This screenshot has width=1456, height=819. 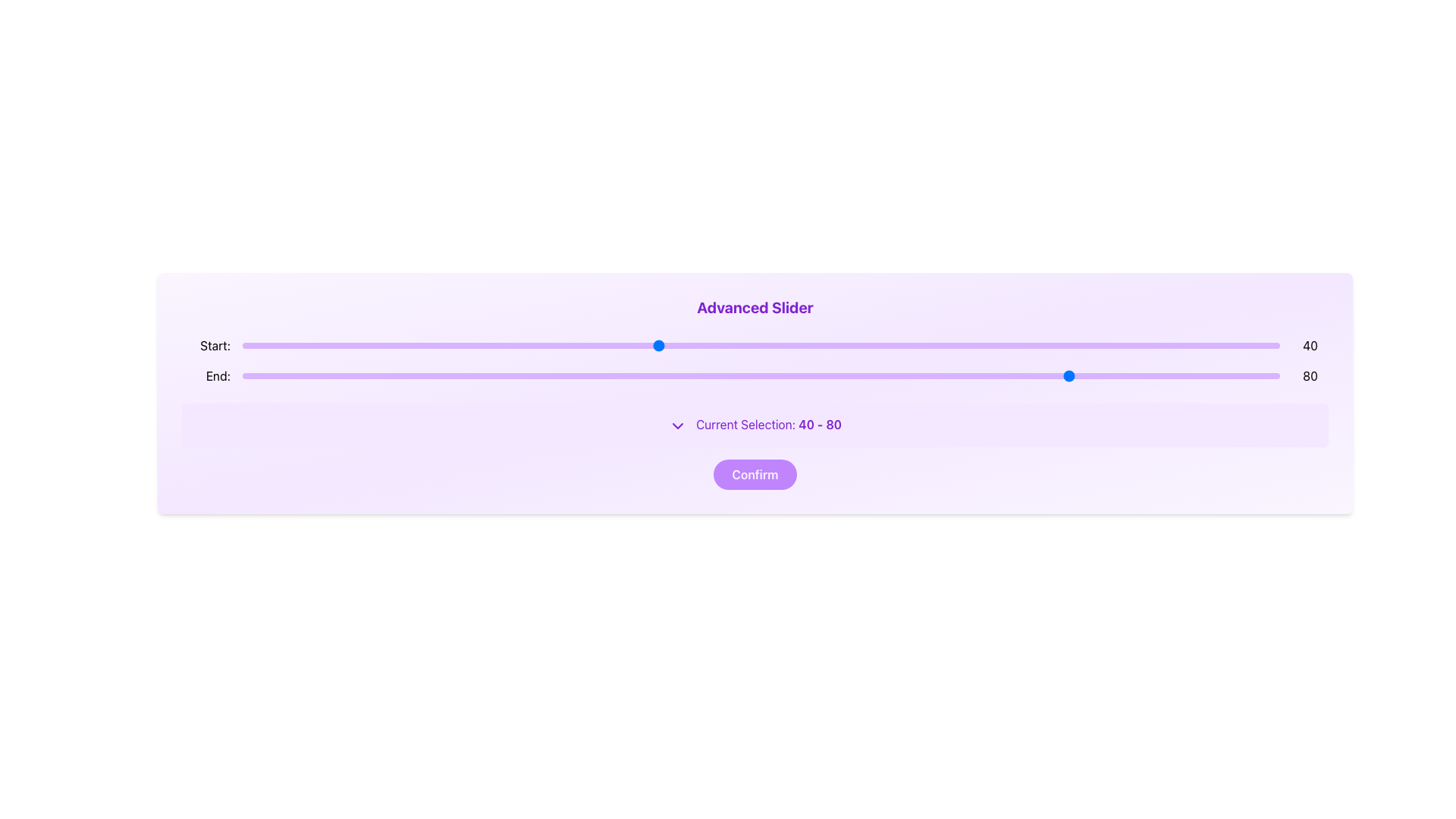 I want to click on the slider value, so click(x=1228, y=375).